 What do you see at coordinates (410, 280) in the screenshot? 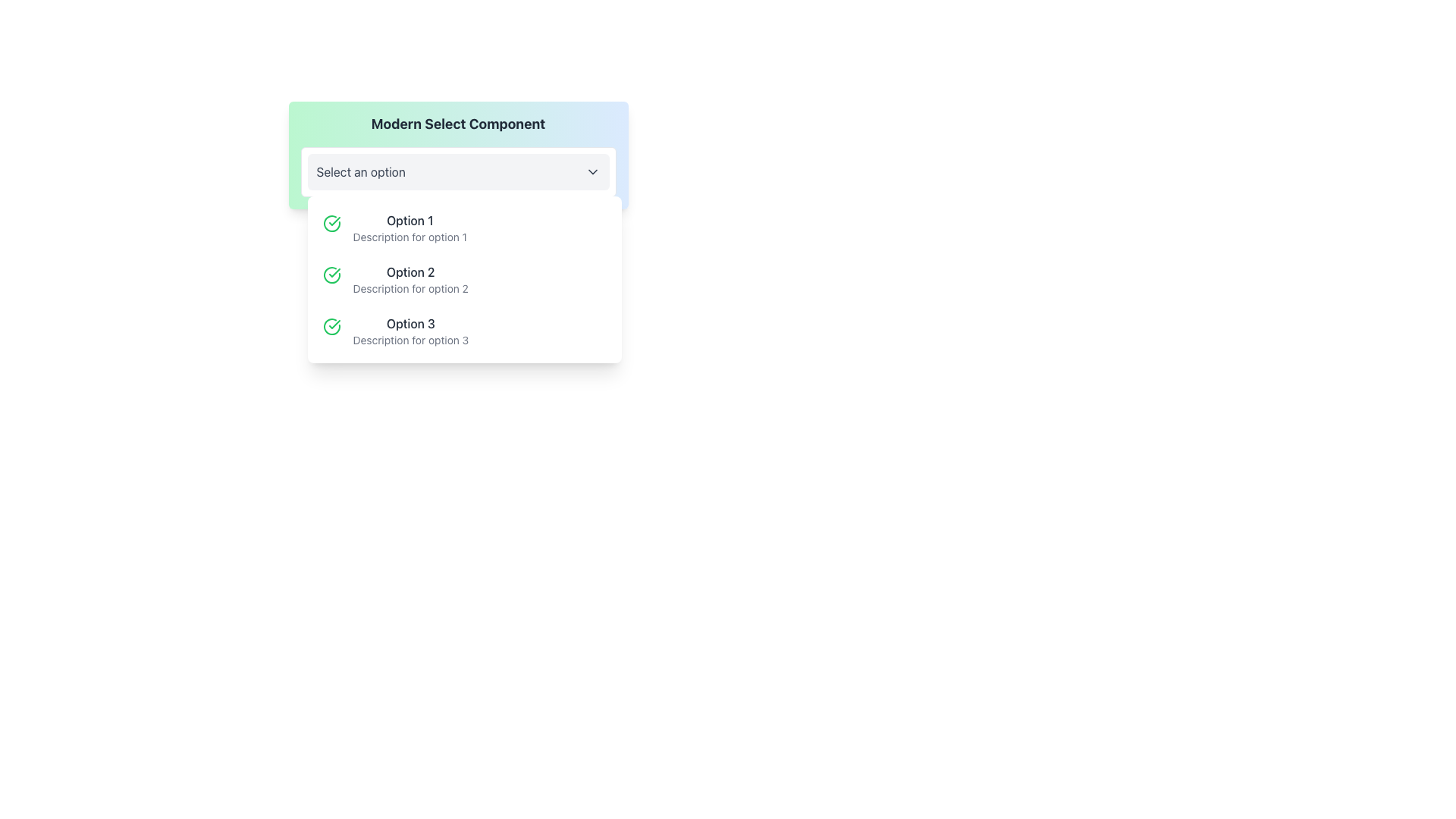
I see `the second selectable list item labeled 'Option 2' in the drop-down menu` at bounding box center [410, 280].